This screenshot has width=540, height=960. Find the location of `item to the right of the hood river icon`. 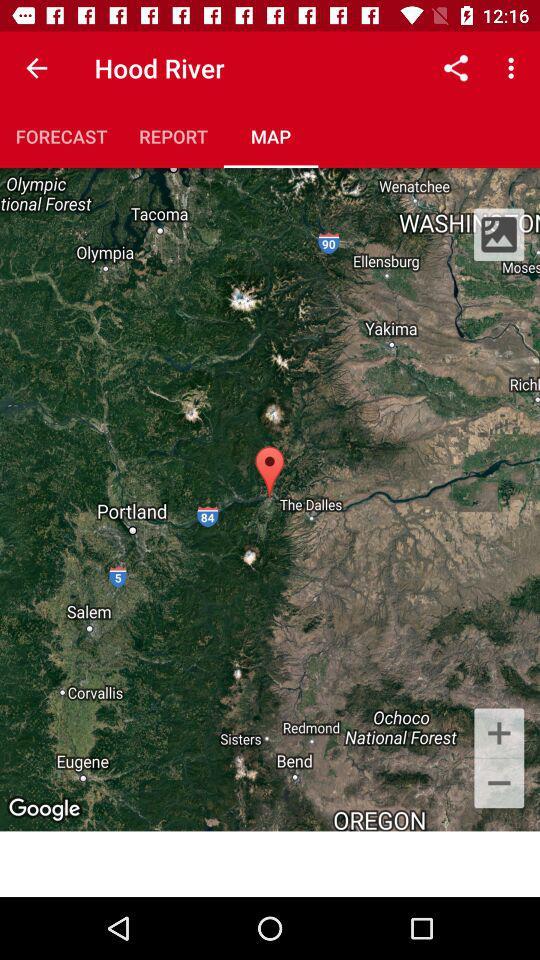

item to the right of the hood river icon is located at coordinates (455, 68).